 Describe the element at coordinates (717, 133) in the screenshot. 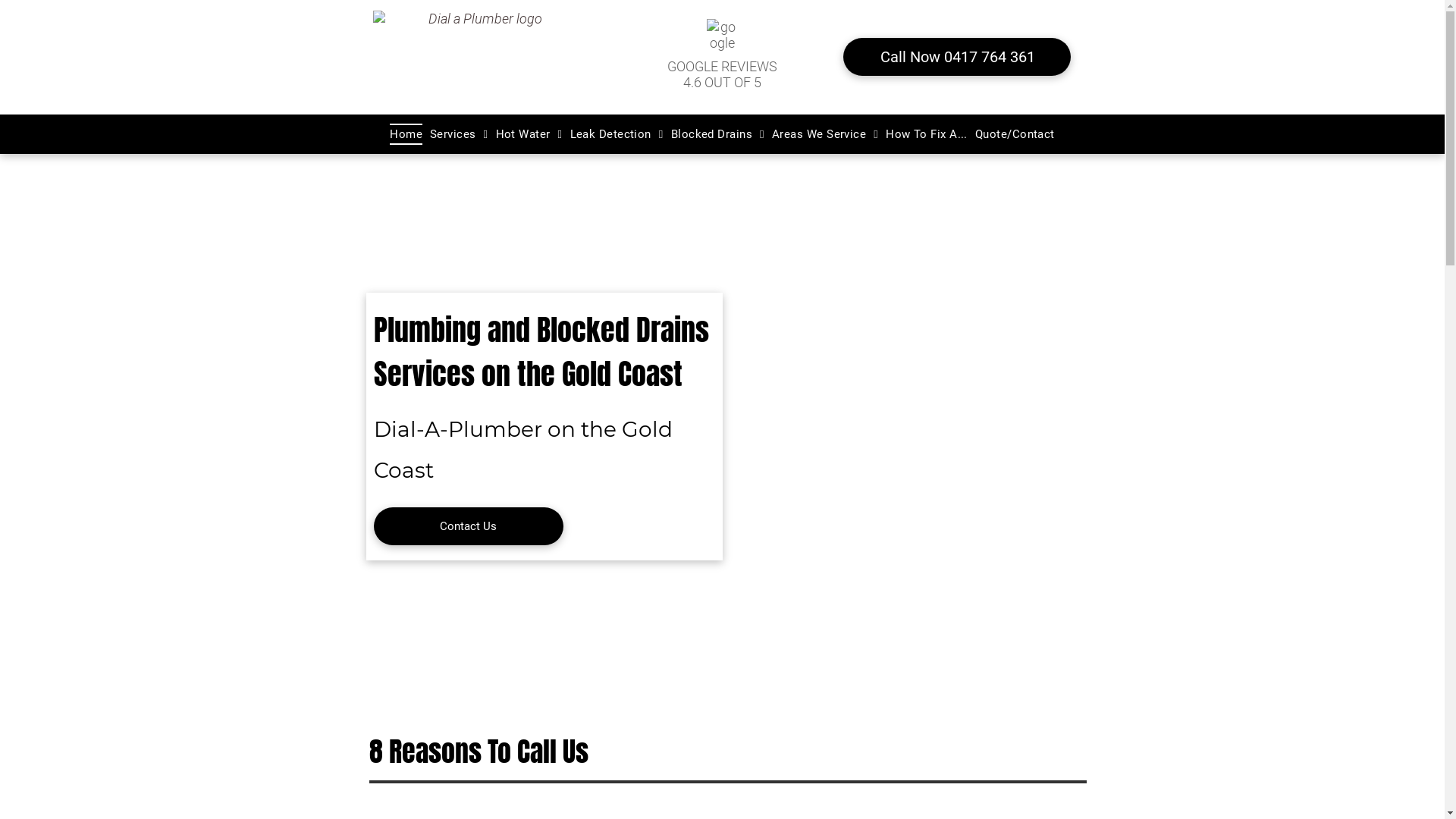

I see `'Blocked Drains'` at that location.